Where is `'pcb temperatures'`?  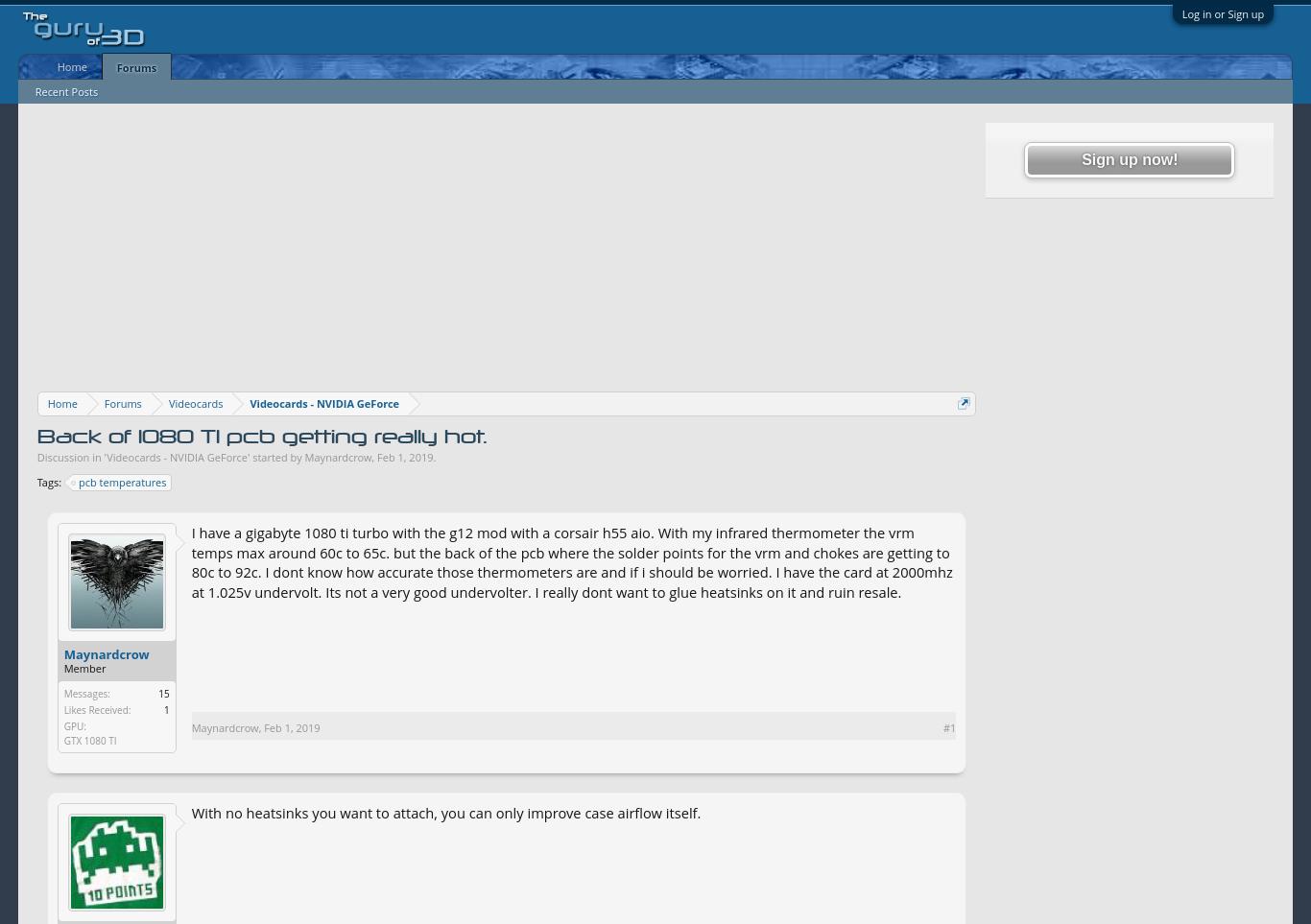
'pcb temperatures' is located at coordinates (121, 481).